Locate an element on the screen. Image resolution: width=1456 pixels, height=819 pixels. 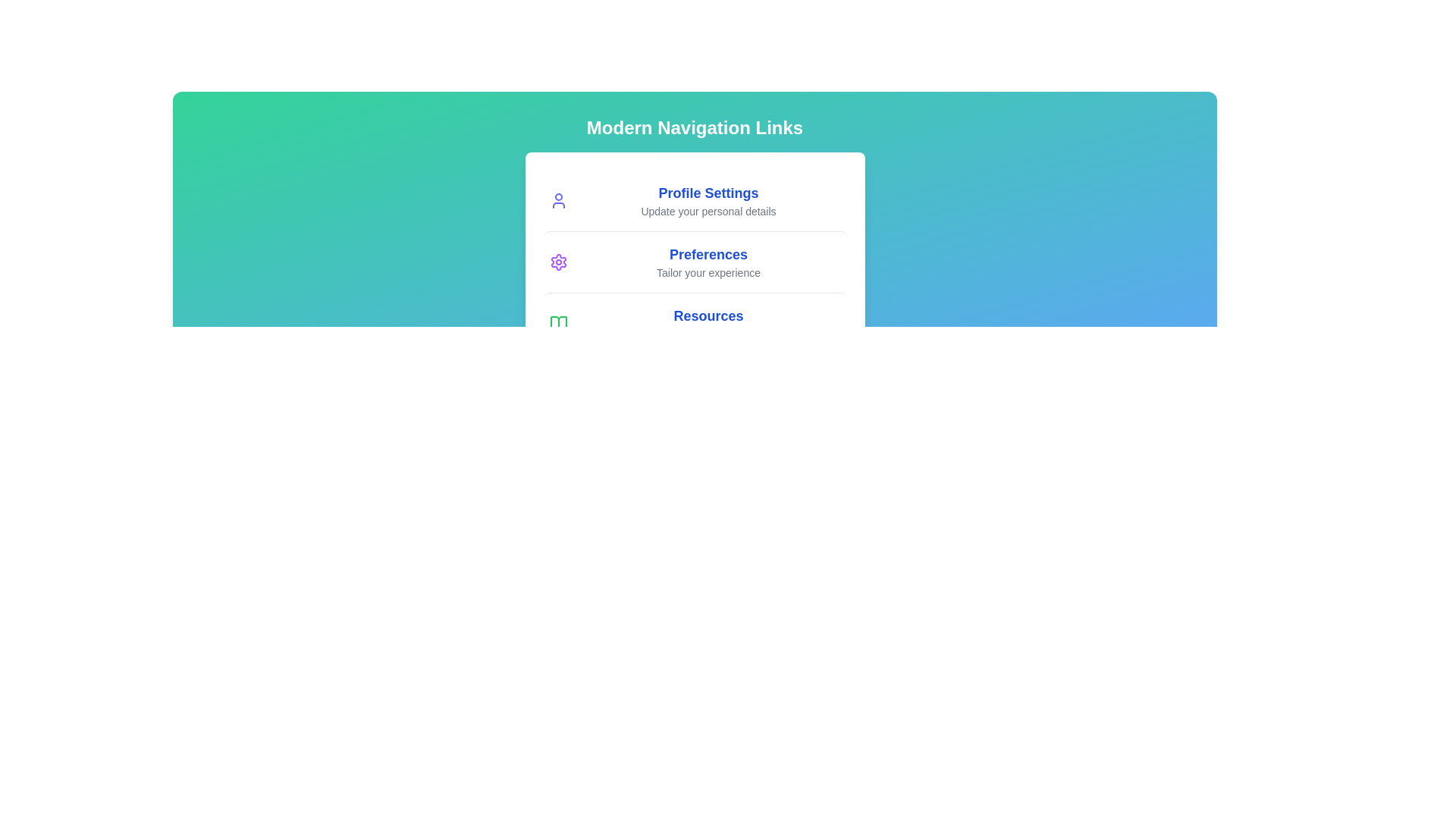
the 'Resources' hyperlink in the composite component, which includes the text 'Access helpful guides' is located at coordinates (708, 323).